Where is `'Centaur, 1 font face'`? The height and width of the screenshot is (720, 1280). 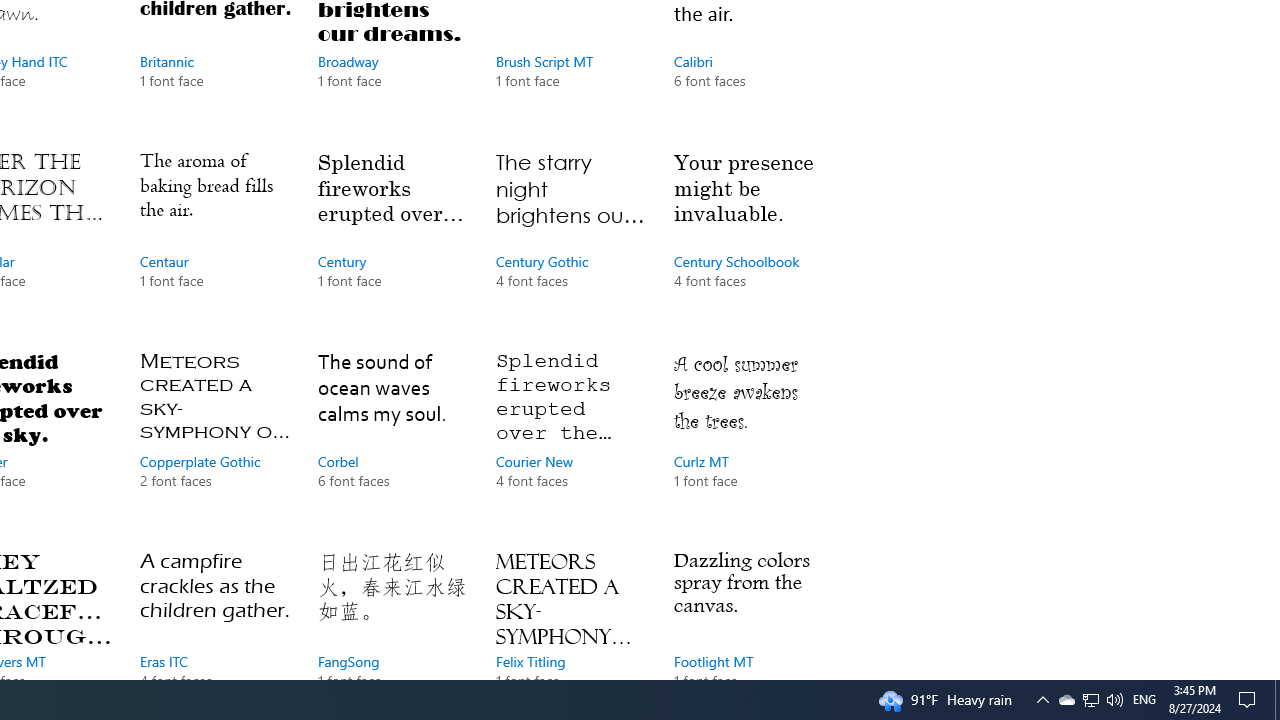
'Centaur, 1 font face' is located at coordinates (215, 238).